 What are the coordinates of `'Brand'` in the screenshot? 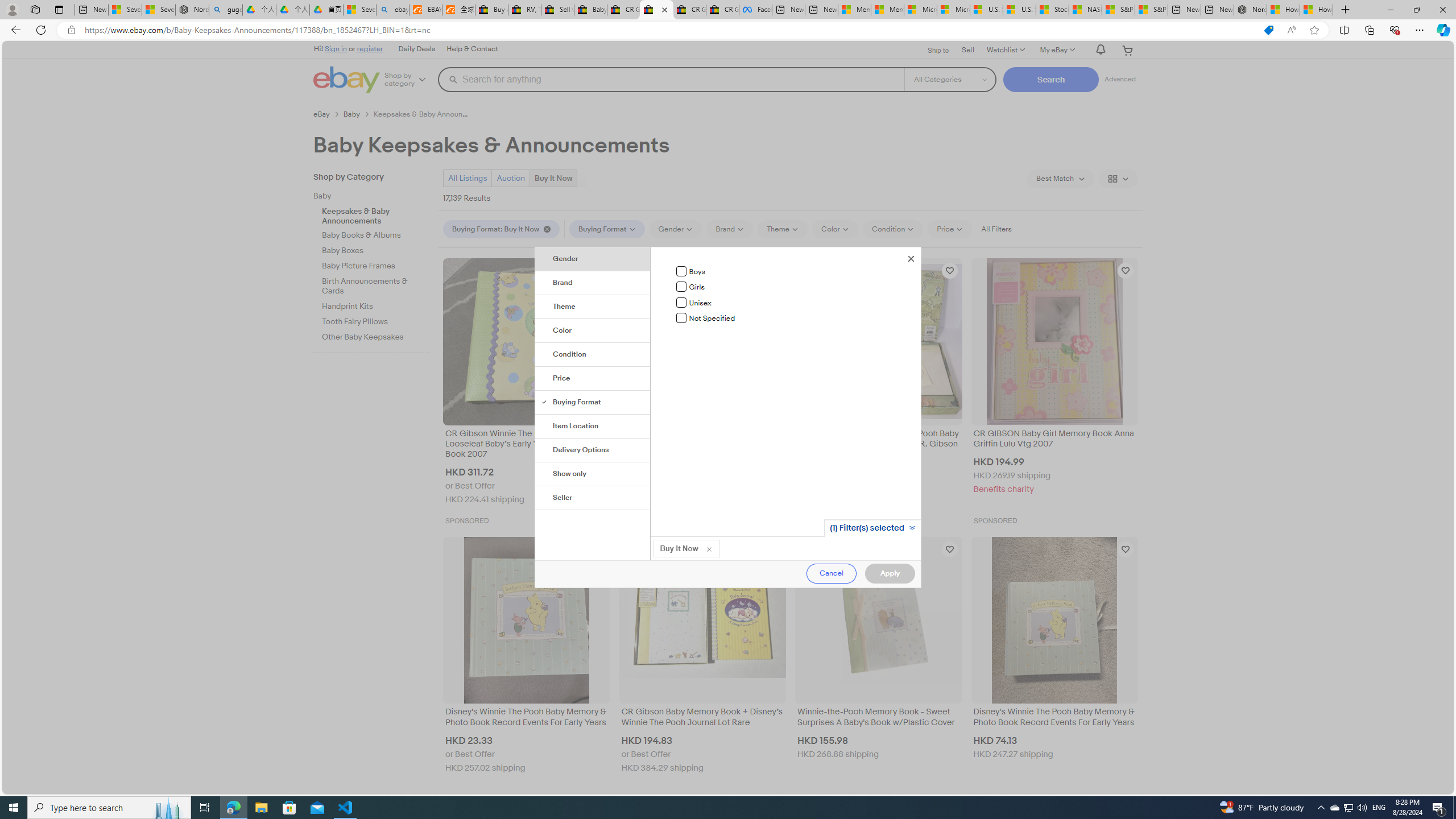 It's located at (593, 283).